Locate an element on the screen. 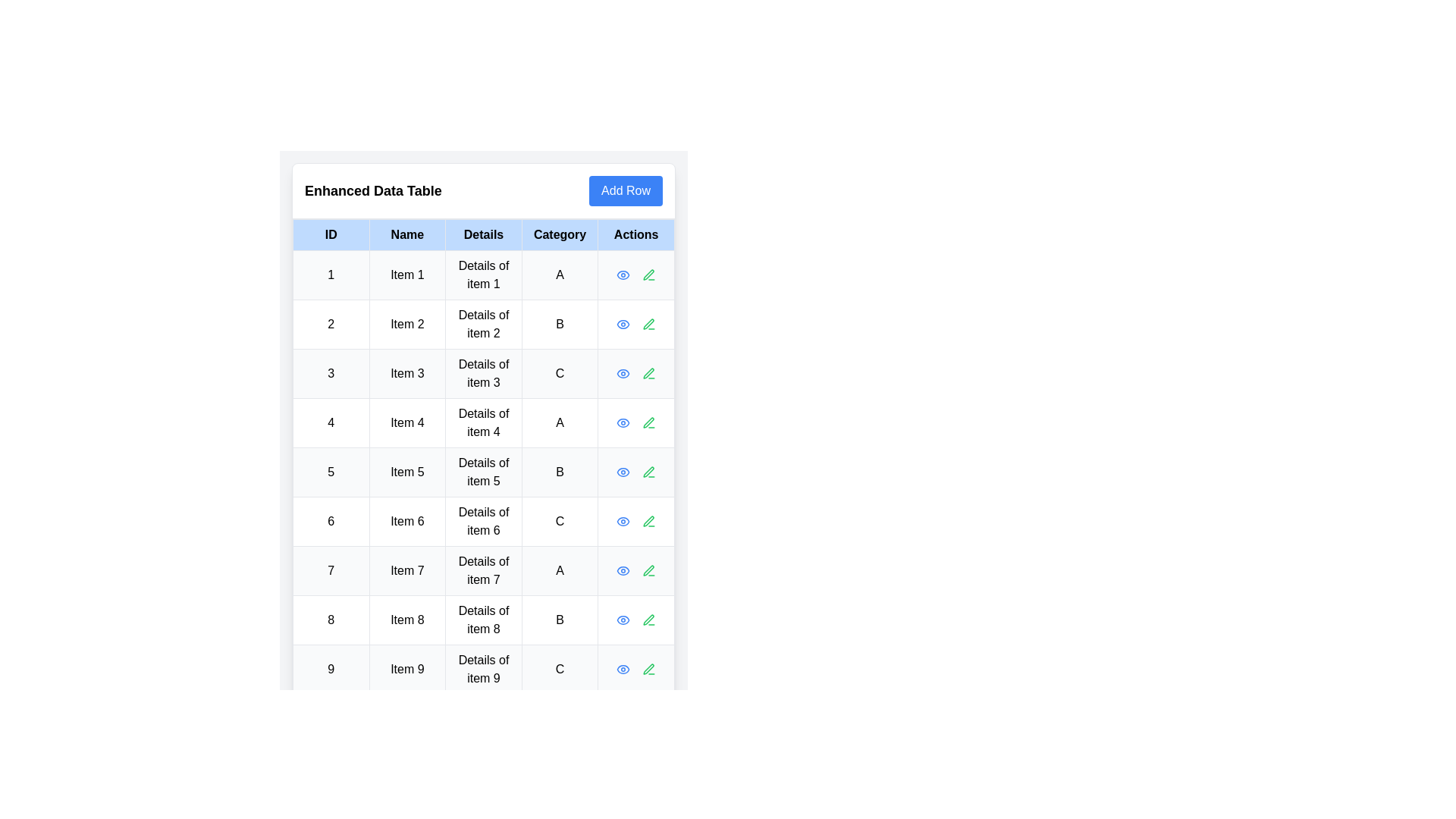 Image resolution: width=1456 pixels, height=819 pixels. the eye-shaped icon button in the fifth row of the table under the 'Actions' column is located at coordinates (623, 472).